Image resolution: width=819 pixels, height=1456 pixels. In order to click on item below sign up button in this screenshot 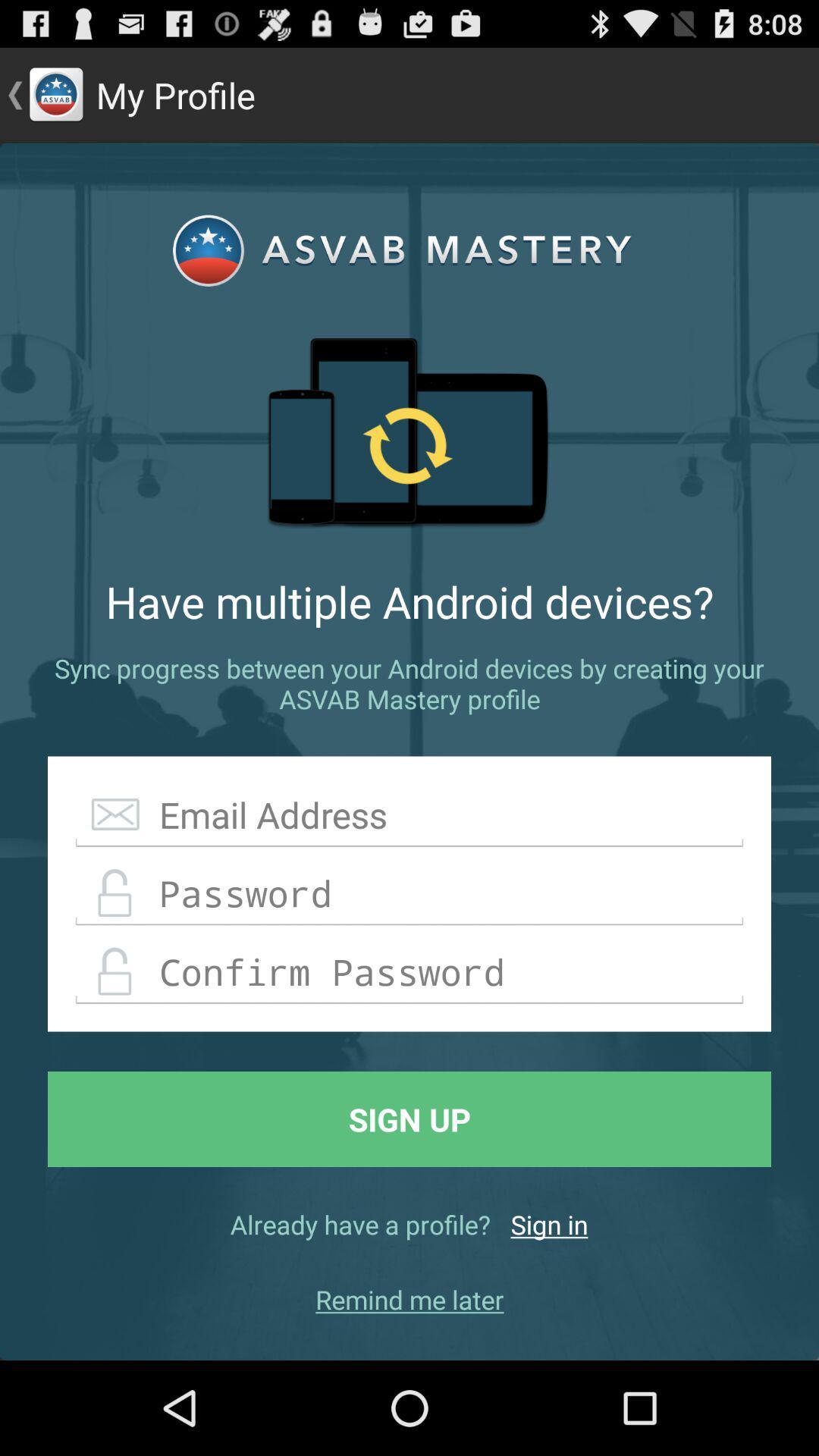, I will do `click(549, 1224)`.